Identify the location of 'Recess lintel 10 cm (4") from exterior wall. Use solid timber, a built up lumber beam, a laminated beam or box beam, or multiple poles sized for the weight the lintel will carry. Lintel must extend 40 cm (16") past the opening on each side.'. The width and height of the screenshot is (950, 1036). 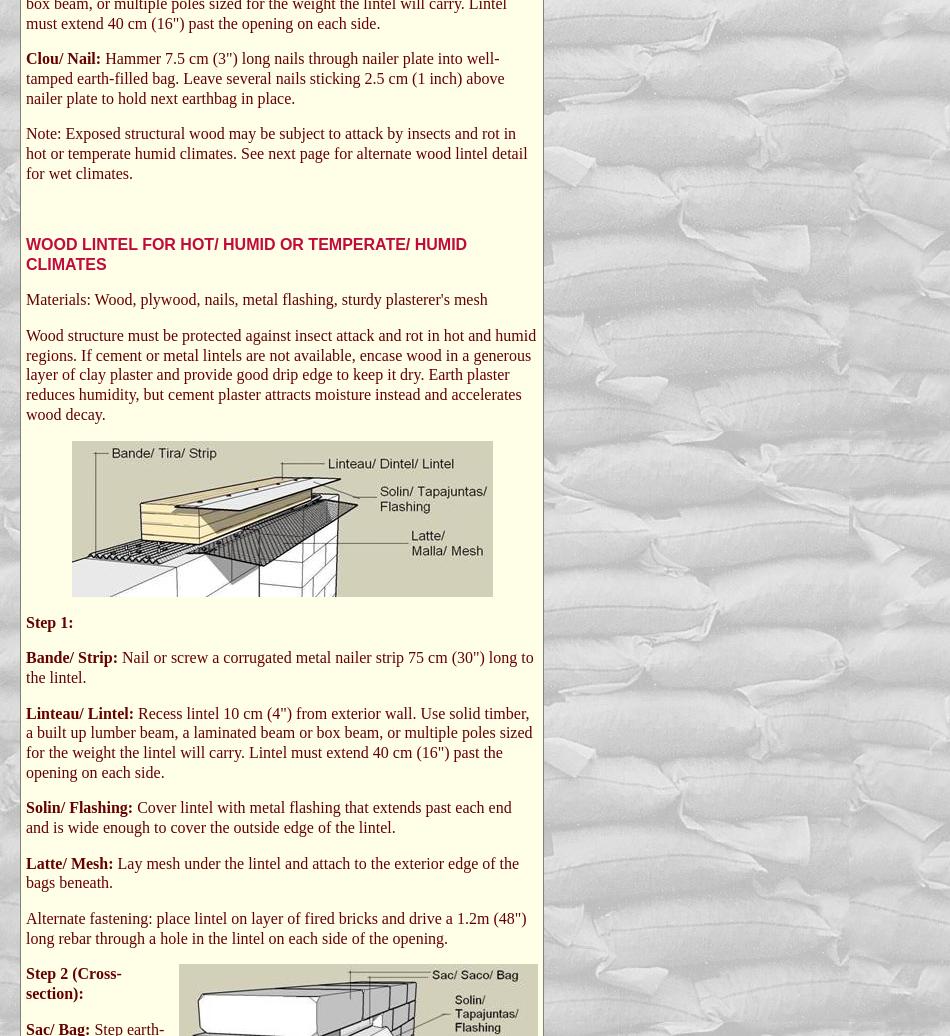
(26, 741).